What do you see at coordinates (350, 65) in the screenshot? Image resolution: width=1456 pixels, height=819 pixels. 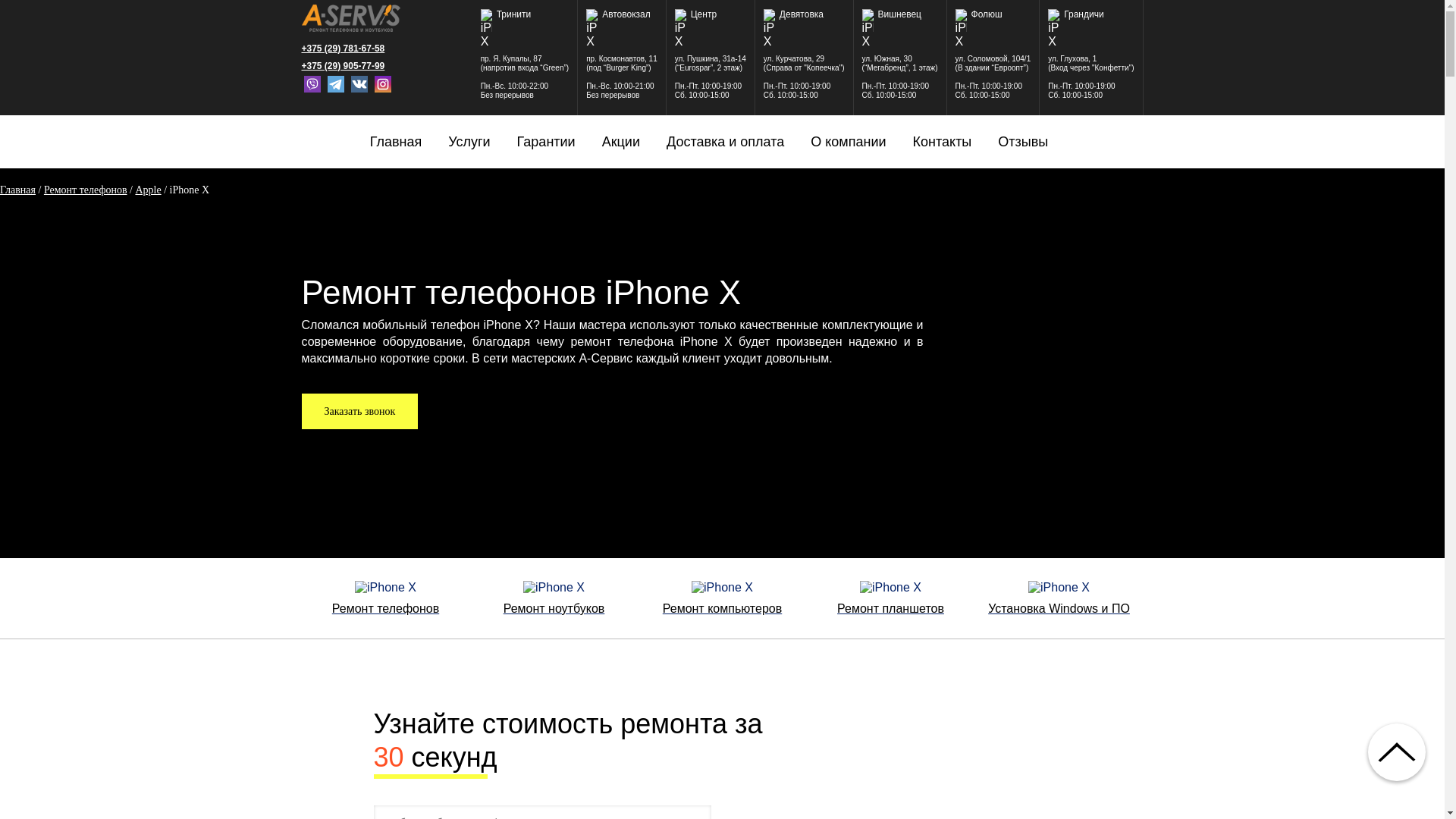 I see `'+375 (29) 905-77-99'` at bounding box center [350, 65].